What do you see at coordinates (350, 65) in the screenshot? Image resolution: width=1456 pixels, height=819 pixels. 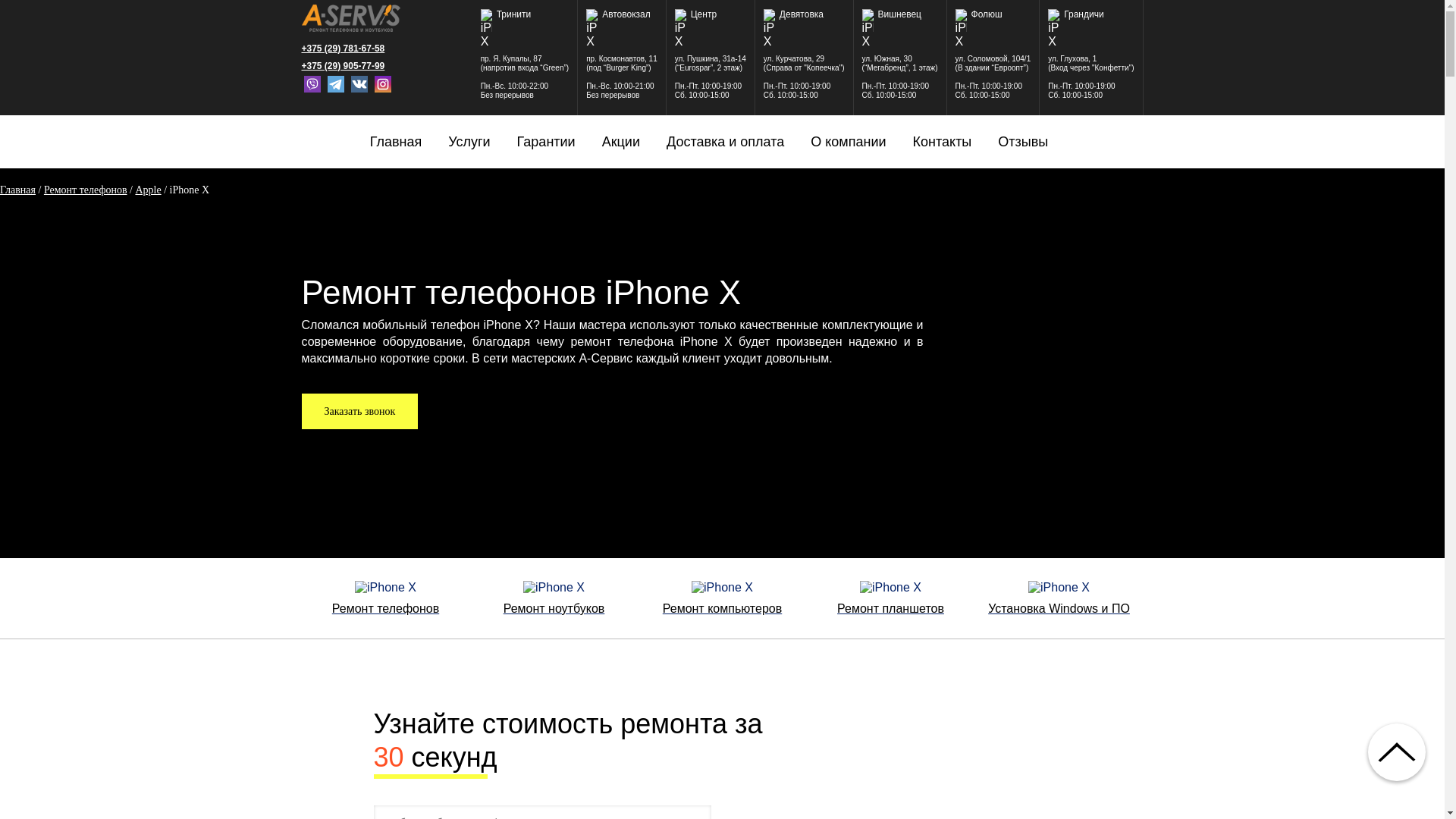 I see `'+375 (29) 905-77-99'` at bounding box center [350, 65].